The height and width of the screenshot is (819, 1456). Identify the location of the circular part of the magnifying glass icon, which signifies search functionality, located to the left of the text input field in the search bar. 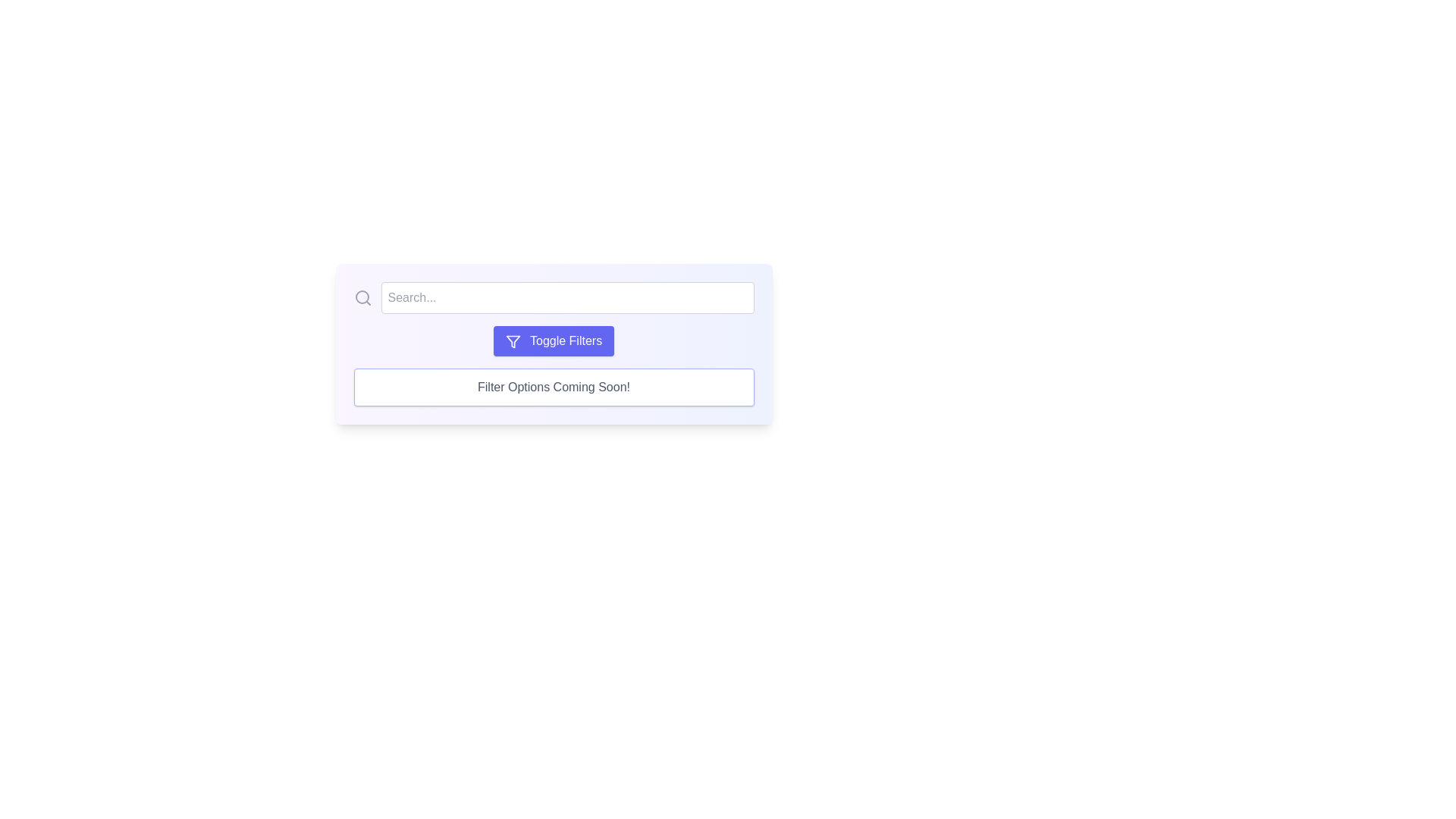
(361, 297).